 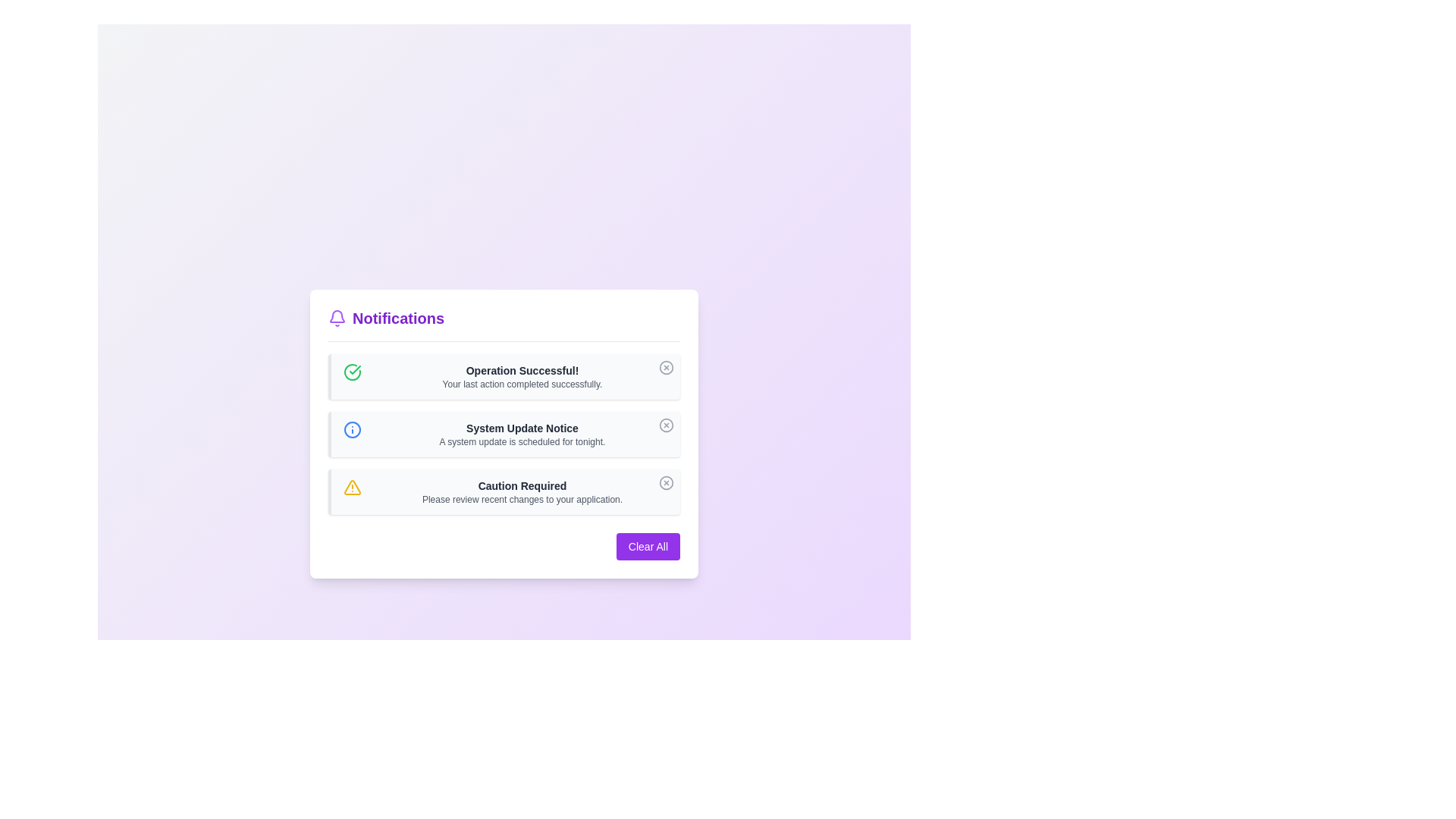 I want to click on the warning notification title text label, which is the top piece of the warning message card located in the notification panel, so click(x=522, y=485).